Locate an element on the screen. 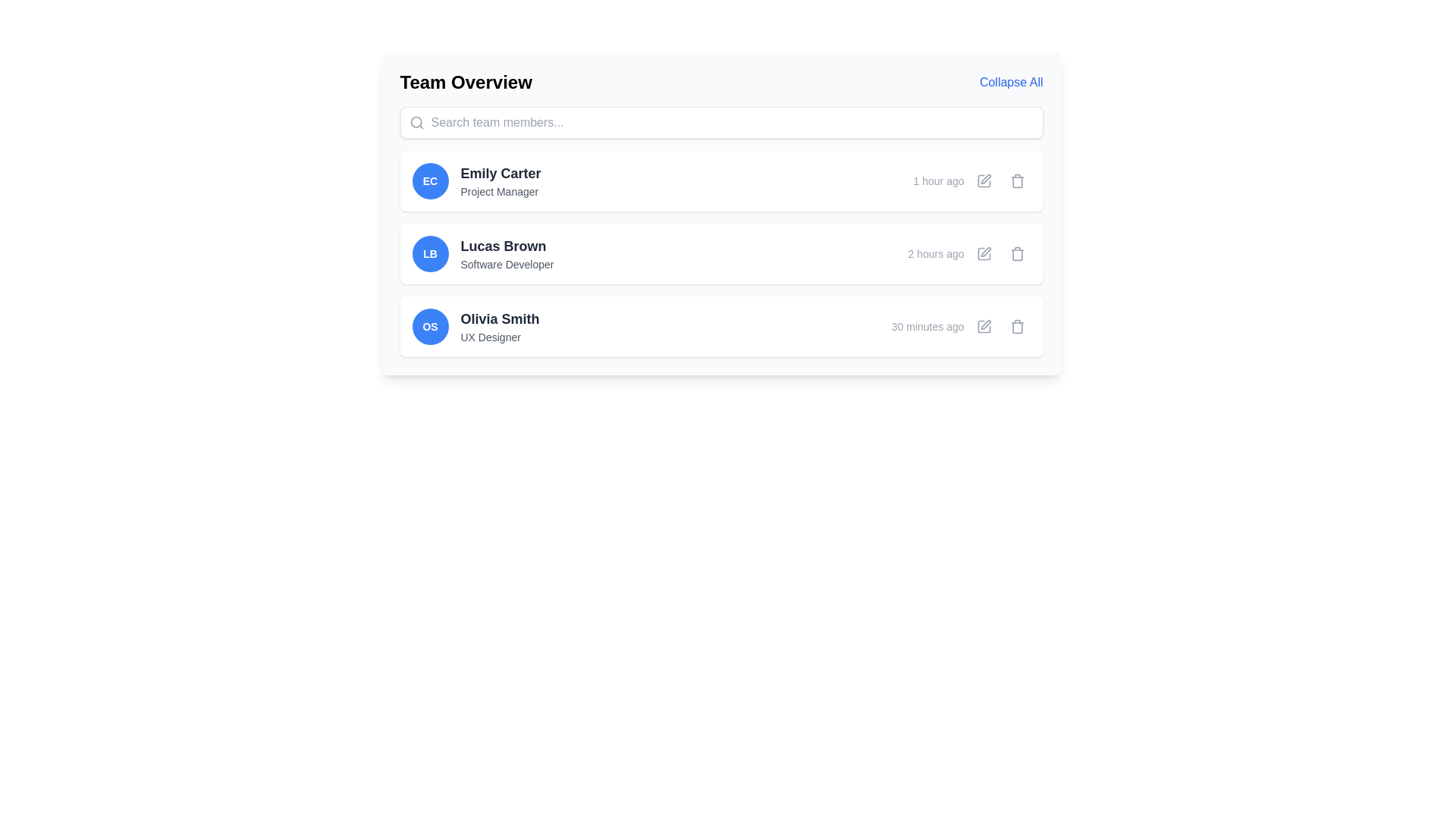  the circular Avatar badge with a blue background and white text displaying 'OS', which is the leftmost component in the row for user 'Olivia Smith, UX Designer' under the 'Team Overview' section is located at coordinates (429, 326).